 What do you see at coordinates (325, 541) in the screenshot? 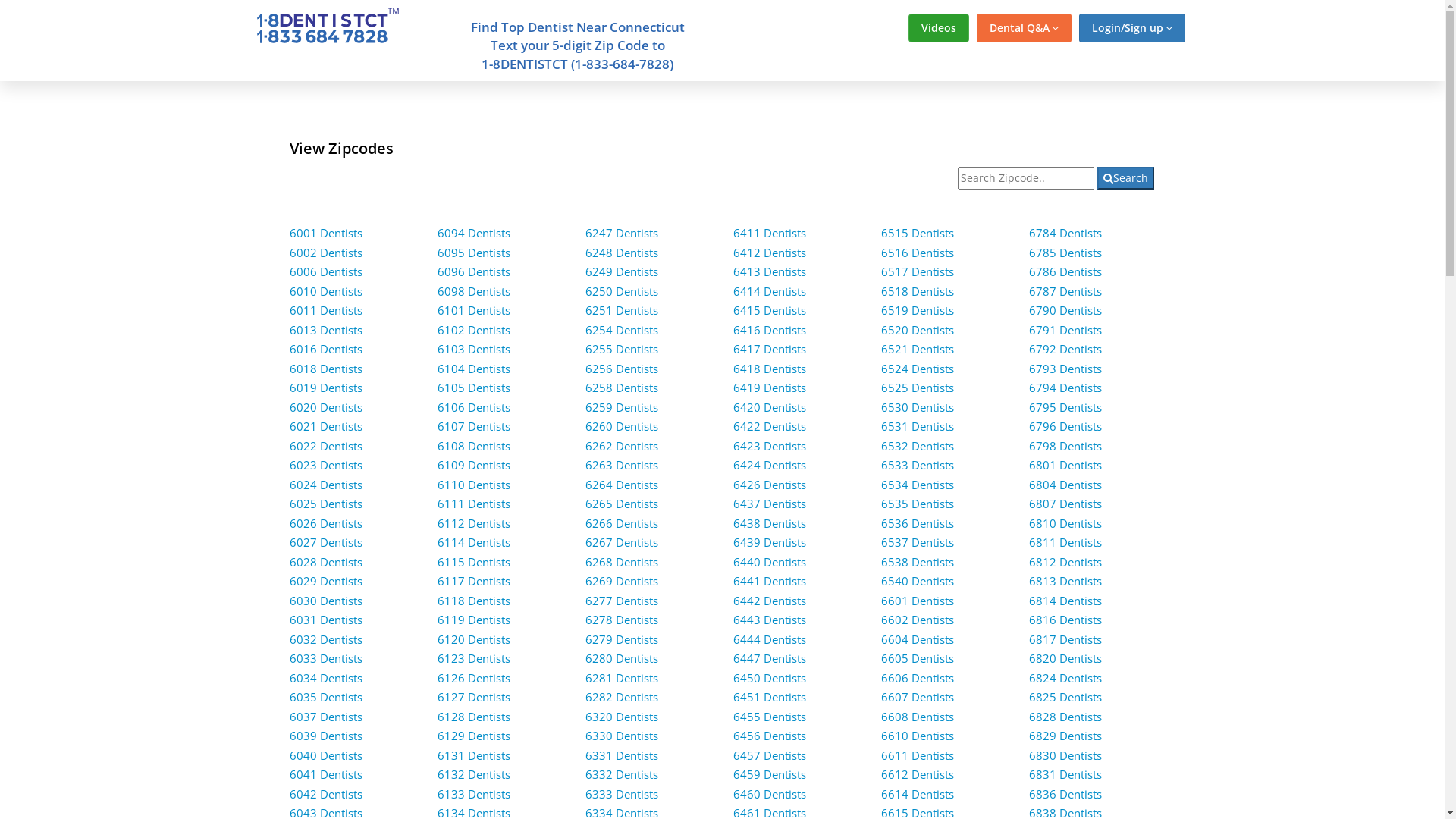
I see `'6027 Dentists'` at bounding box center [325, 541].